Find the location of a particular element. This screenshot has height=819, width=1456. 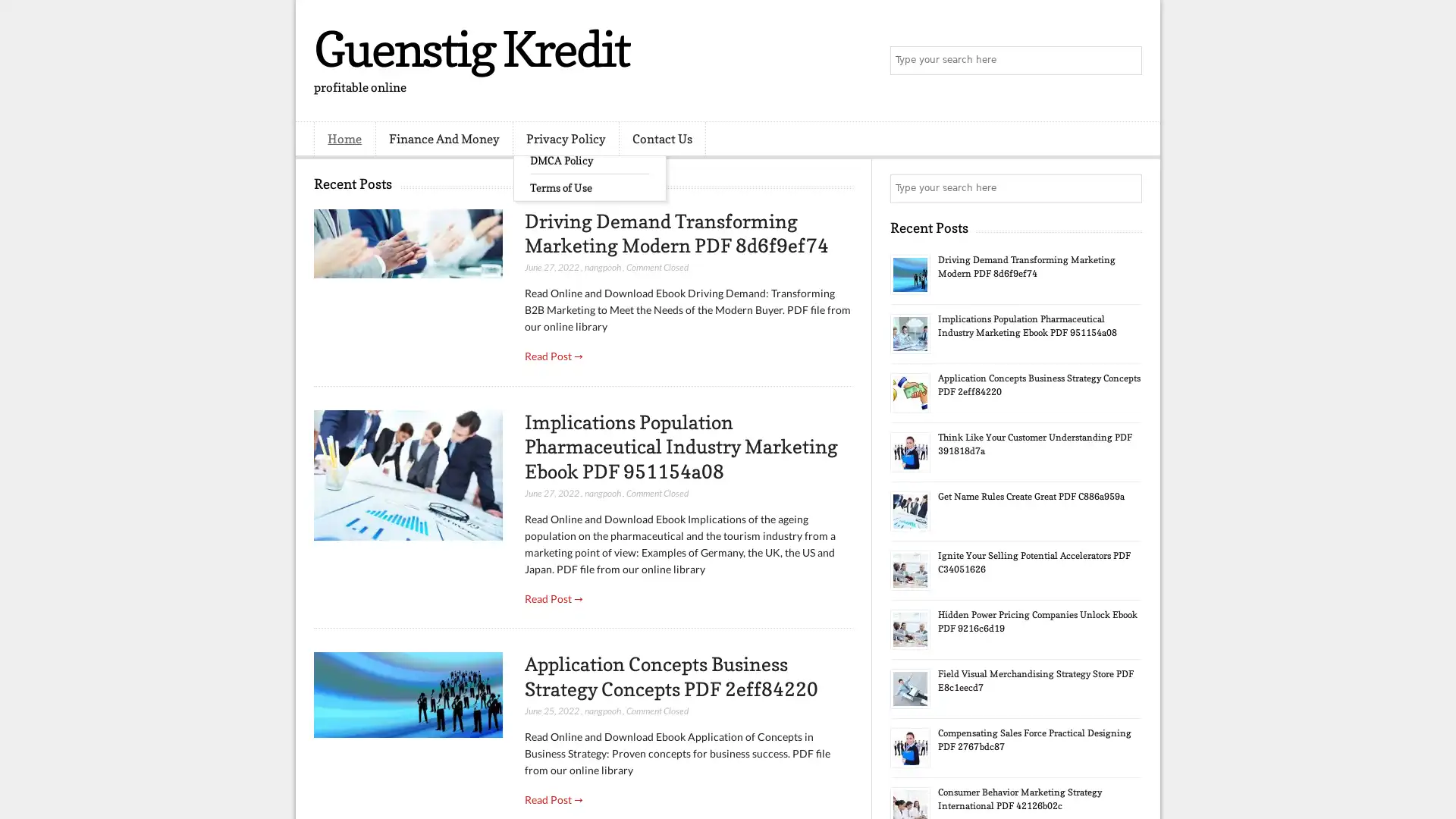

Search is located at coordinates (1126, 188).